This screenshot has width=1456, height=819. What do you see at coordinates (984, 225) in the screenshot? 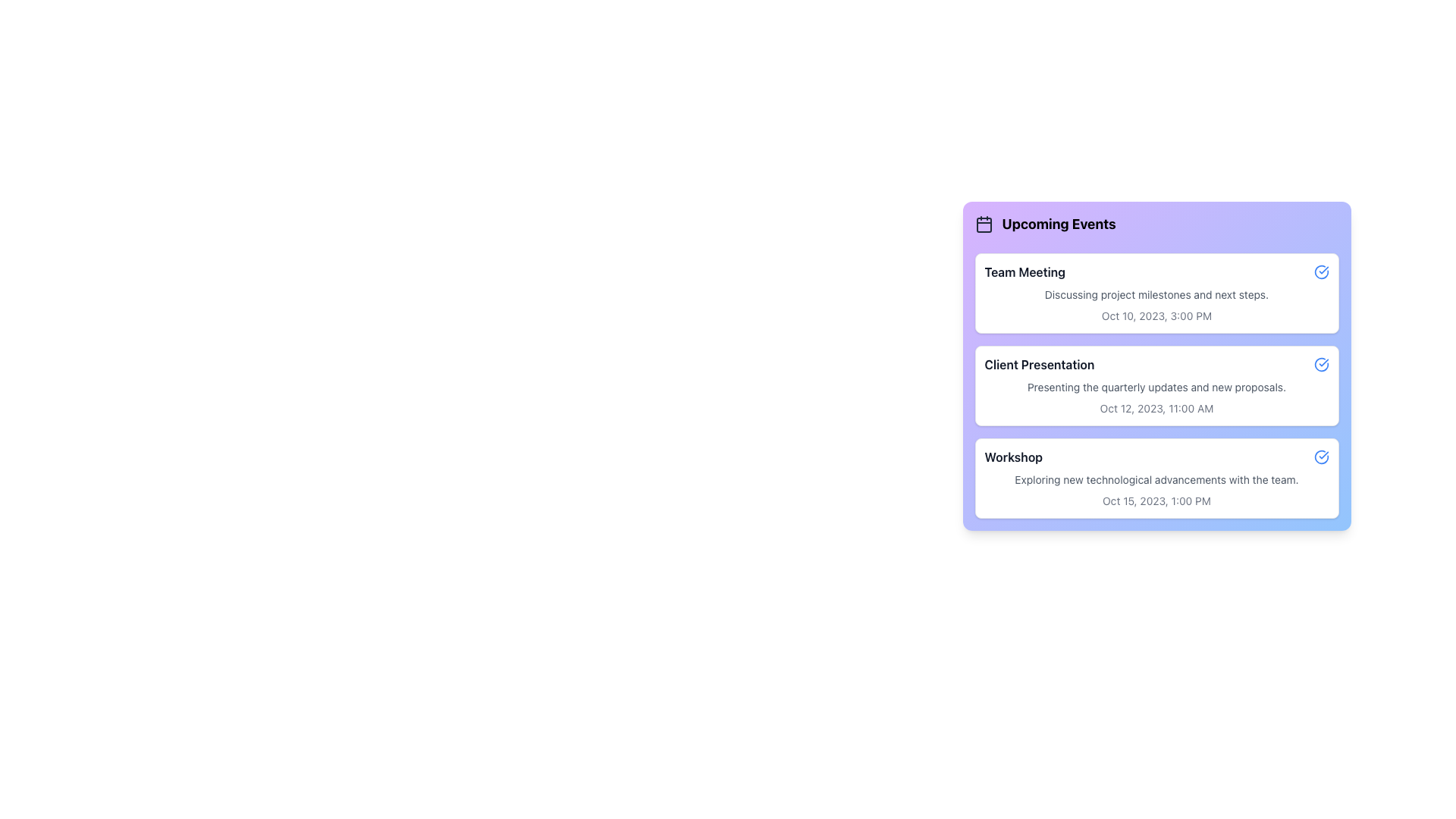
I see `the calendar icon styled element located in the top-left corner of the 'Upcoming Events' section with a purple gradient background` at bounding box center [984, 225].